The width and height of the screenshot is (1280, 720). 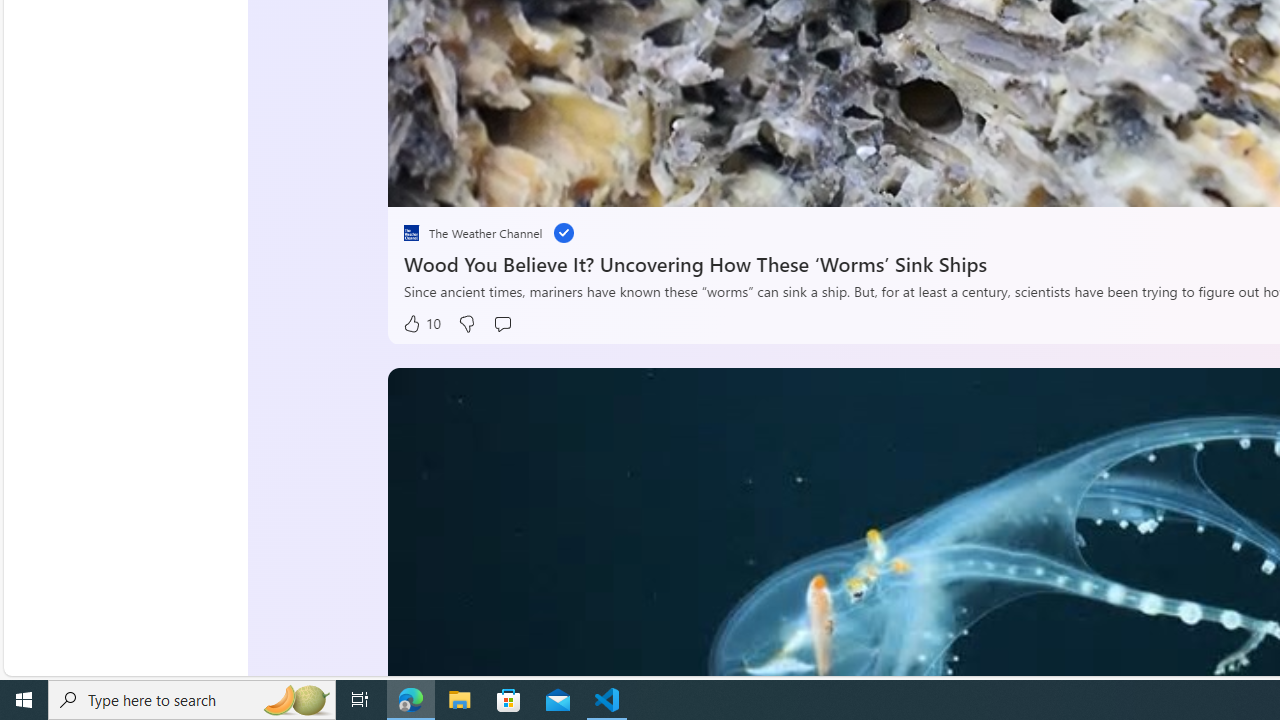 What do you see at coordinates (359, 698) in the screenshot?
I see `'Task View'` at bounding box center [359, 698].